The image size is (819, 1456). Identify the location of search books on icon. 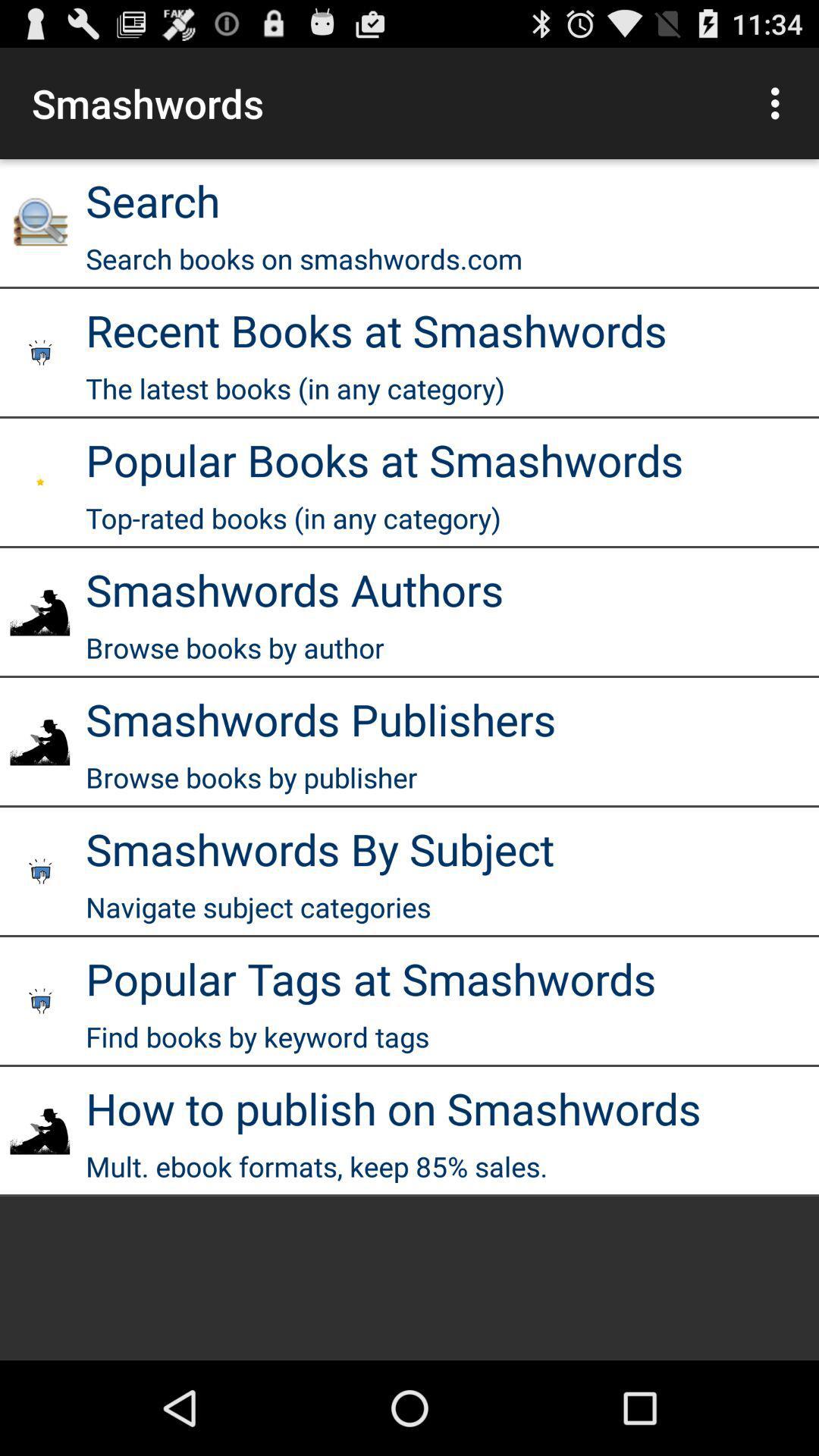
(304, 259).